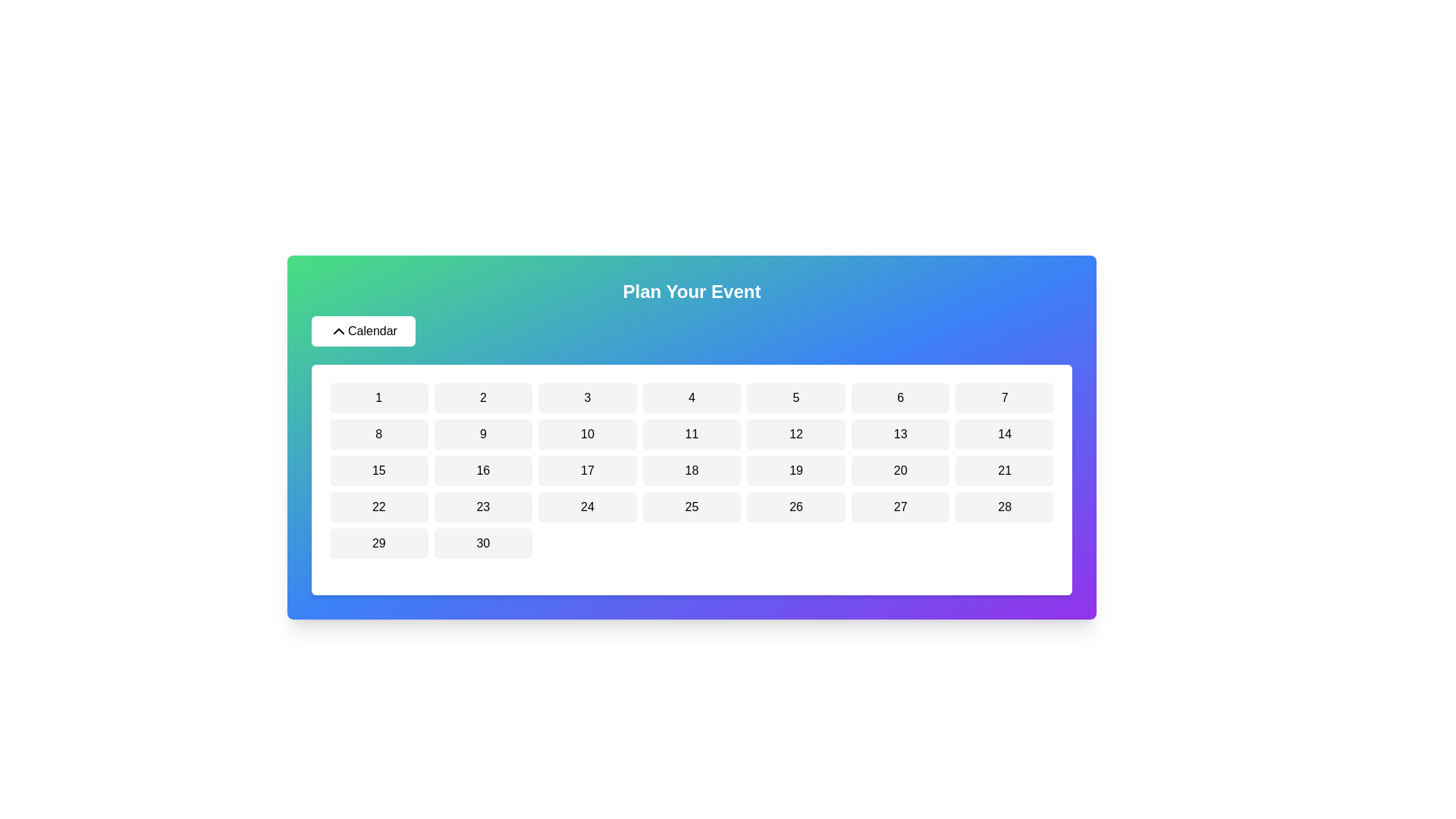 The image size is (1456, 819). I want to click on the rounded rectangular button displaying the number '23' in black text on a light gray background, so click(482, 507).